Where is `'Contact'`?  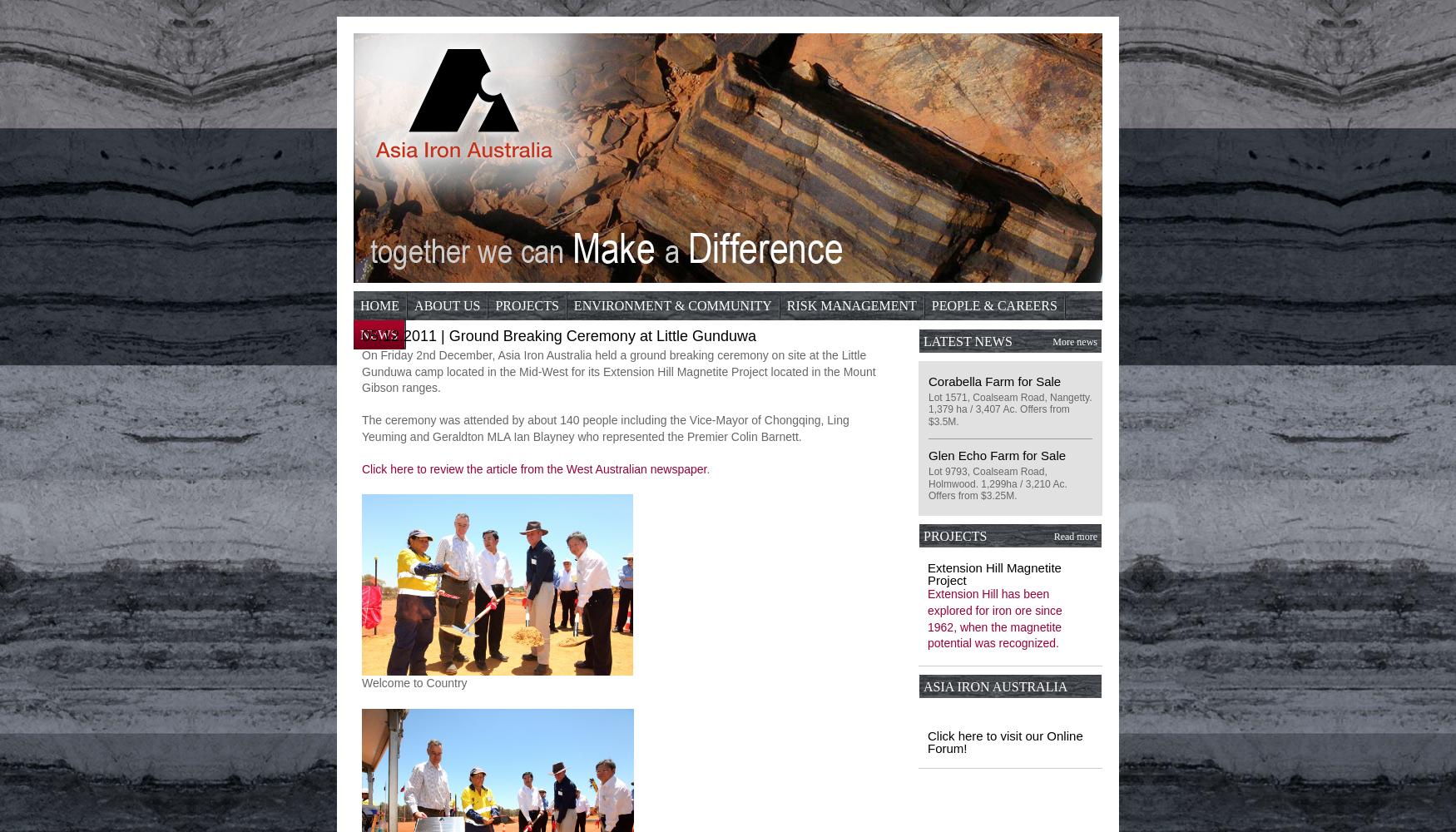
'Contact' is located at coordinates (443, 334).